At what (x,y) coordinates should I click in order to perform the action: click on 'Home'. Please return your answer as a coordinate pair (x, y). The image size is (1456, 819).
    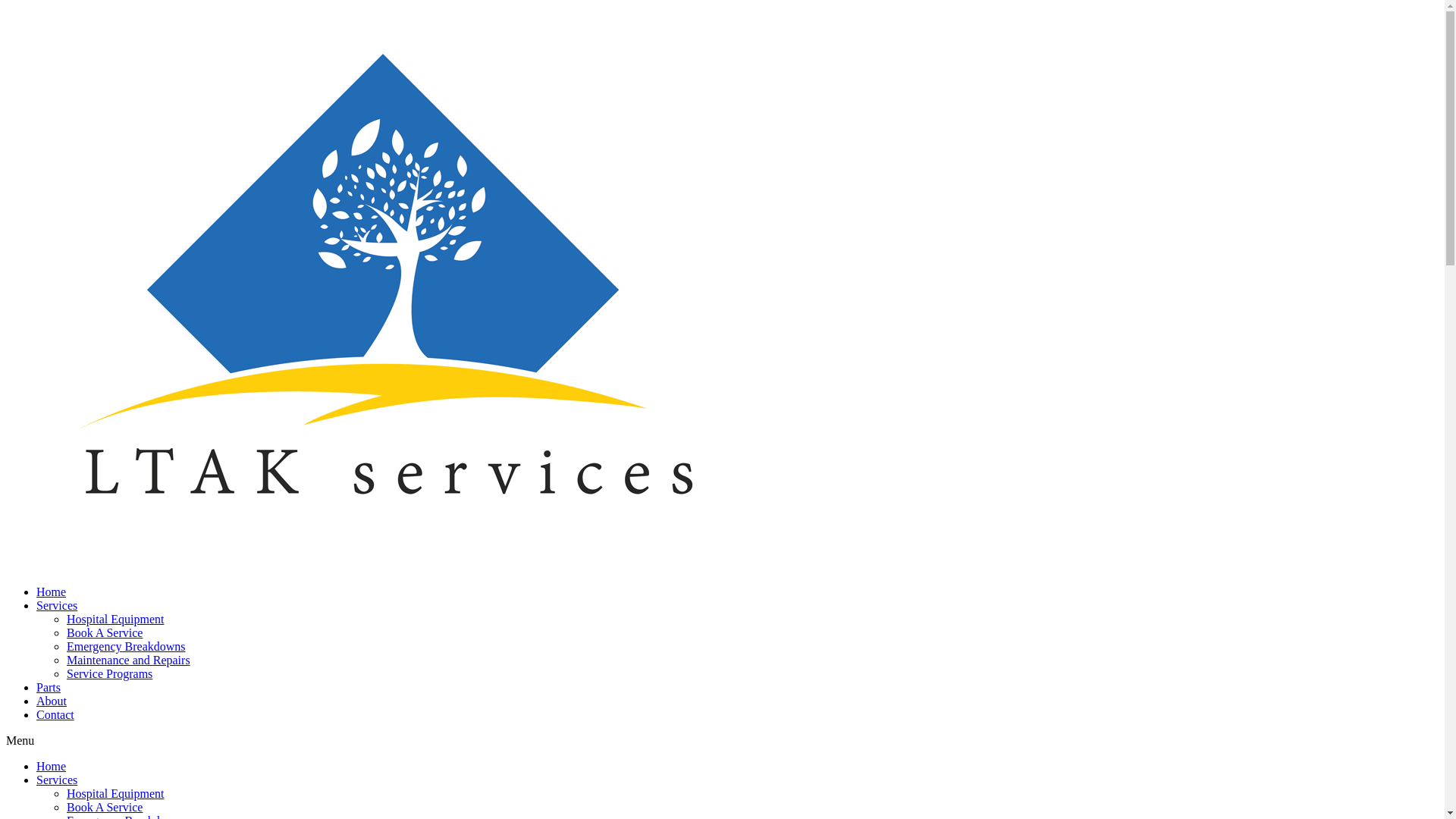
    Looking at the image, I should click on (36, 766).